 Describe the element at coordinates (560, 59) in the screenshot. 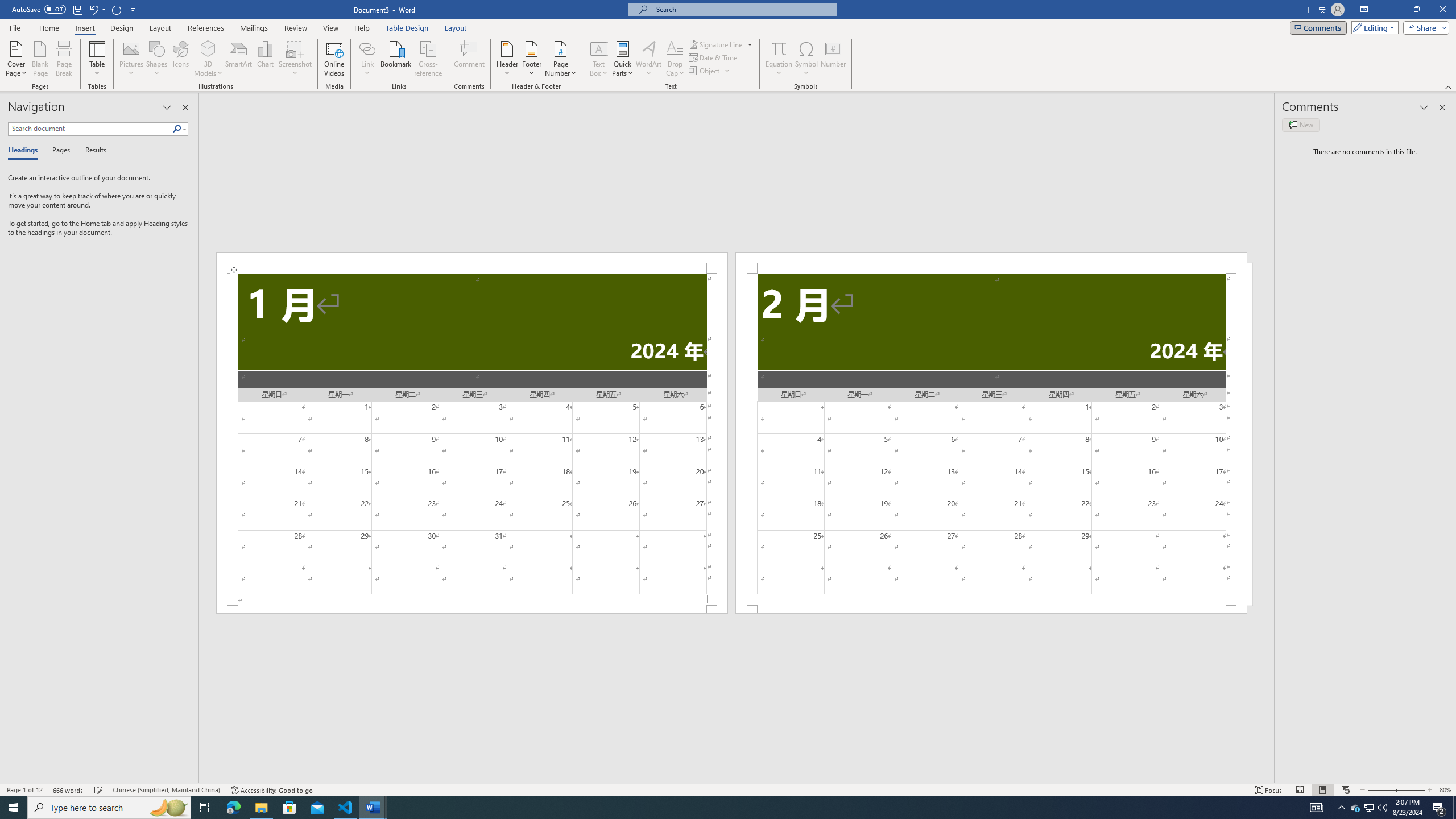

I see `'Page Number'` at that location.